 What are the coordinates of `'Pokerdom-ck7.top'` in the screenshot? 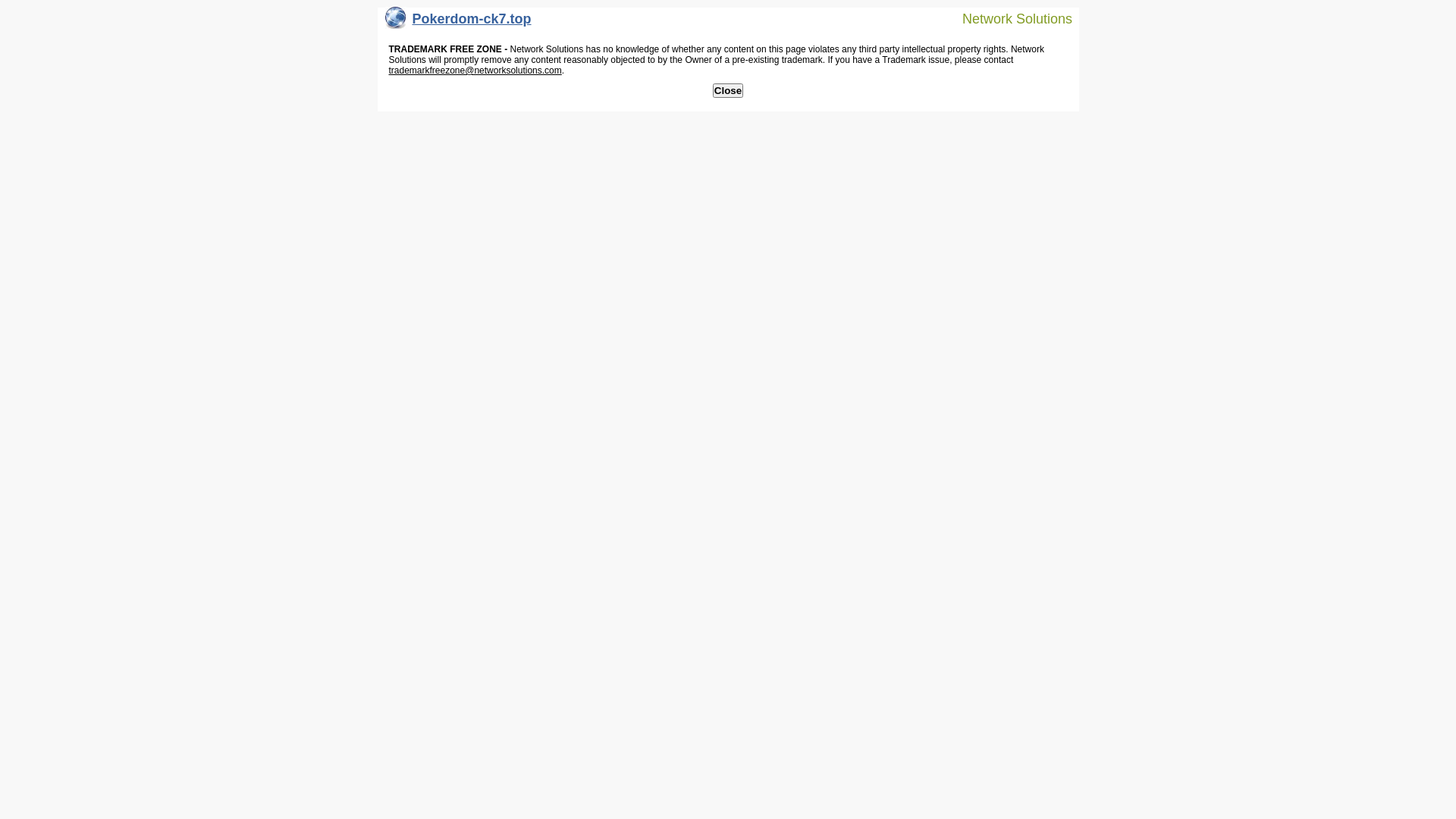 It's located at (457, 22).